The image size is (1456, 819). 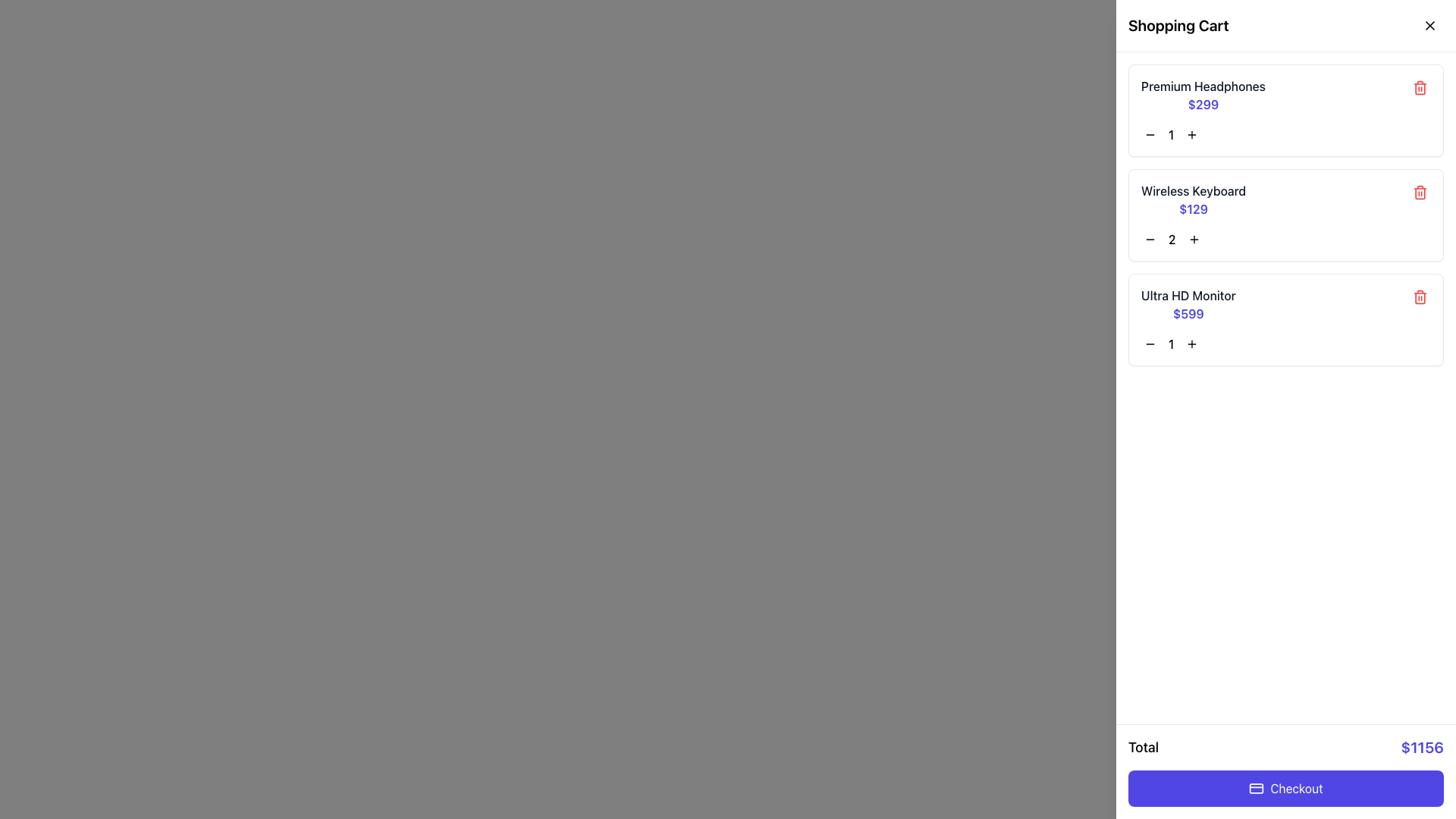 What do you see at coordinates (1419, 297) in the screenshot?
I see `the delete button icon for the 'Ultra HD Monitor' item in the shopping cart` at bounding box center [1419, 297].